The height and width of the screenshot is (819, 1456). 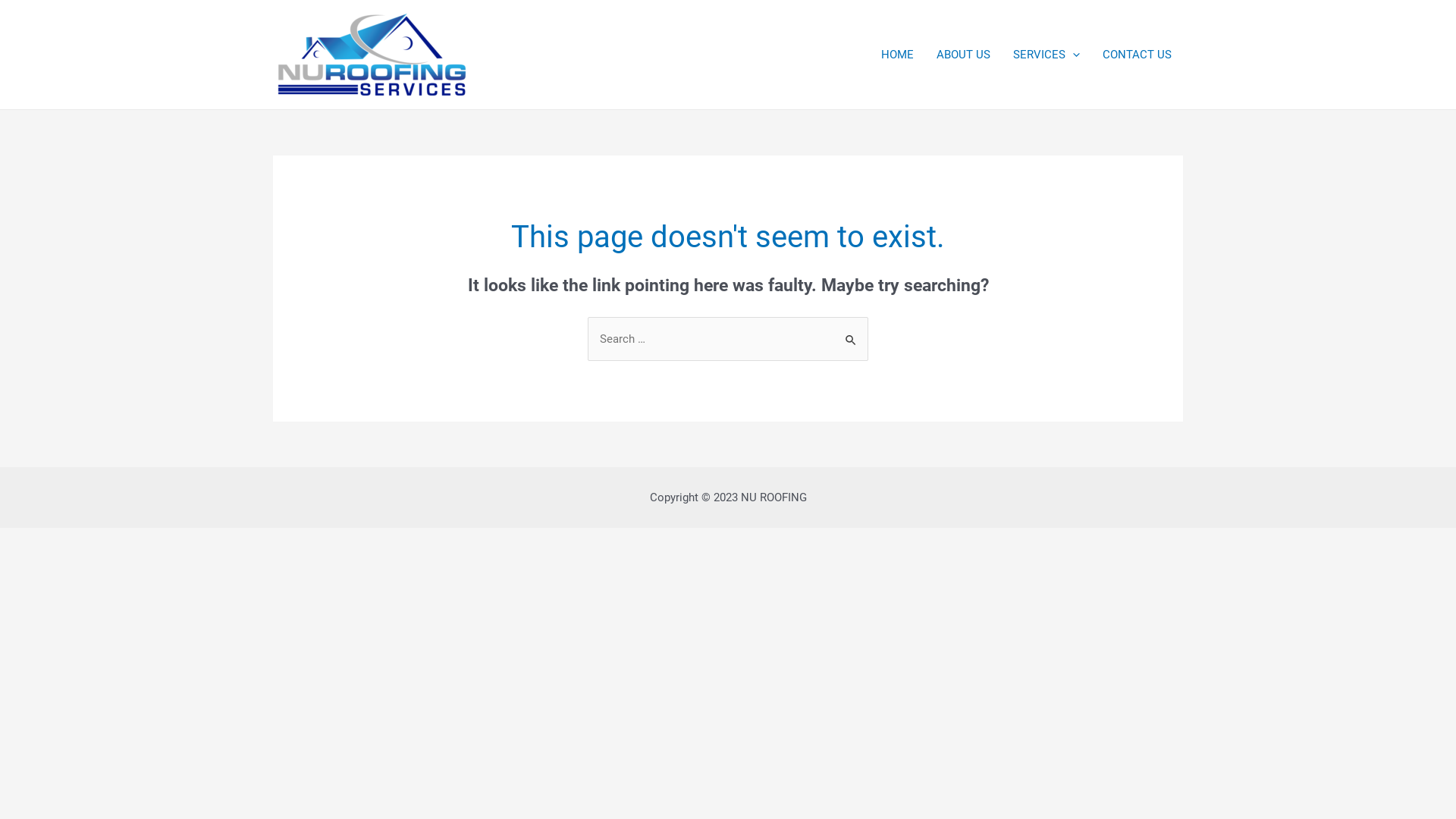 I want to click on 'SERVICES', so click(x=1046, y=54).